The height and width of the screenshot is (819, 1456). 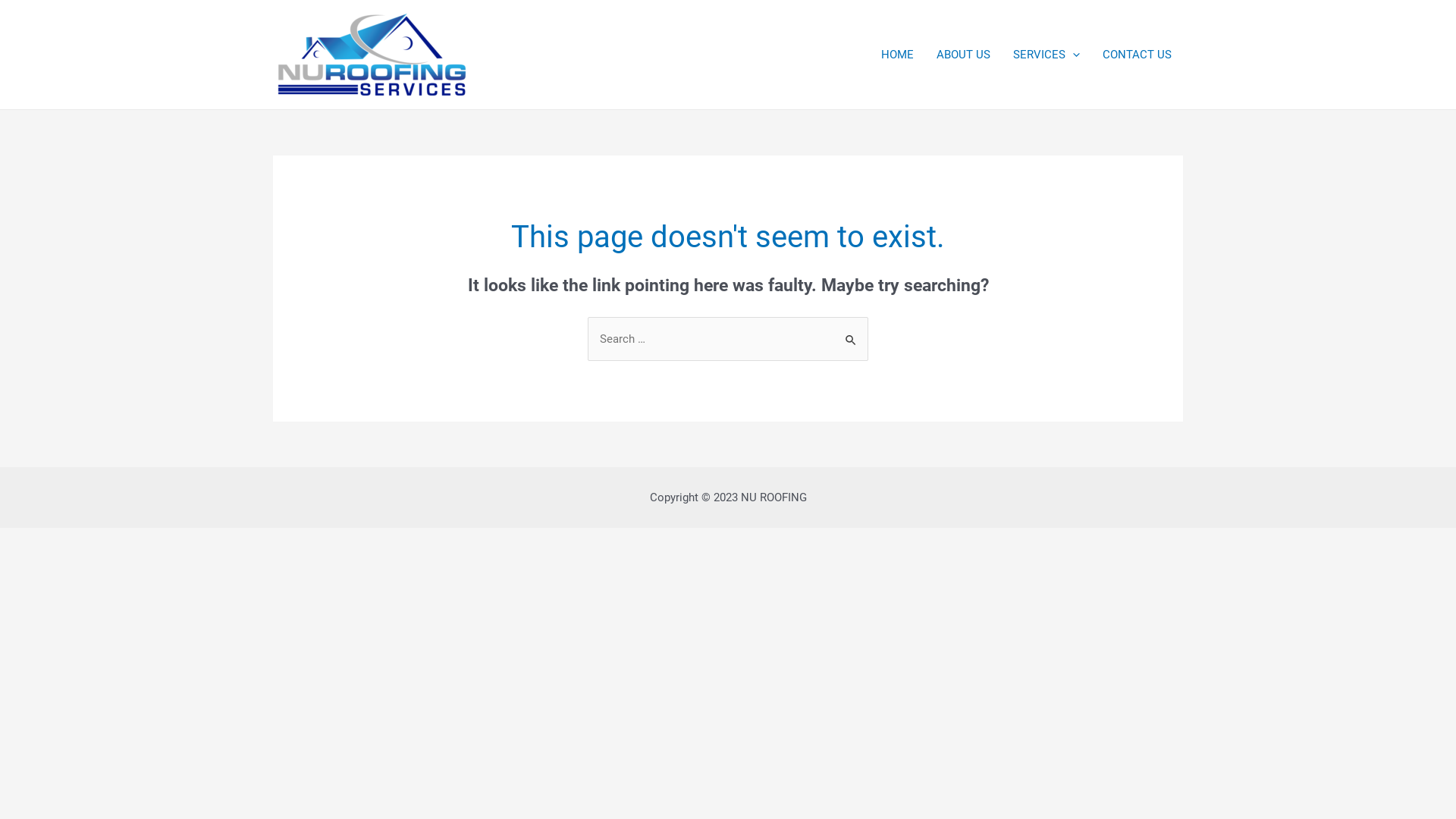 I want to click on 'SERVICES', so click(x=1046, y=54).